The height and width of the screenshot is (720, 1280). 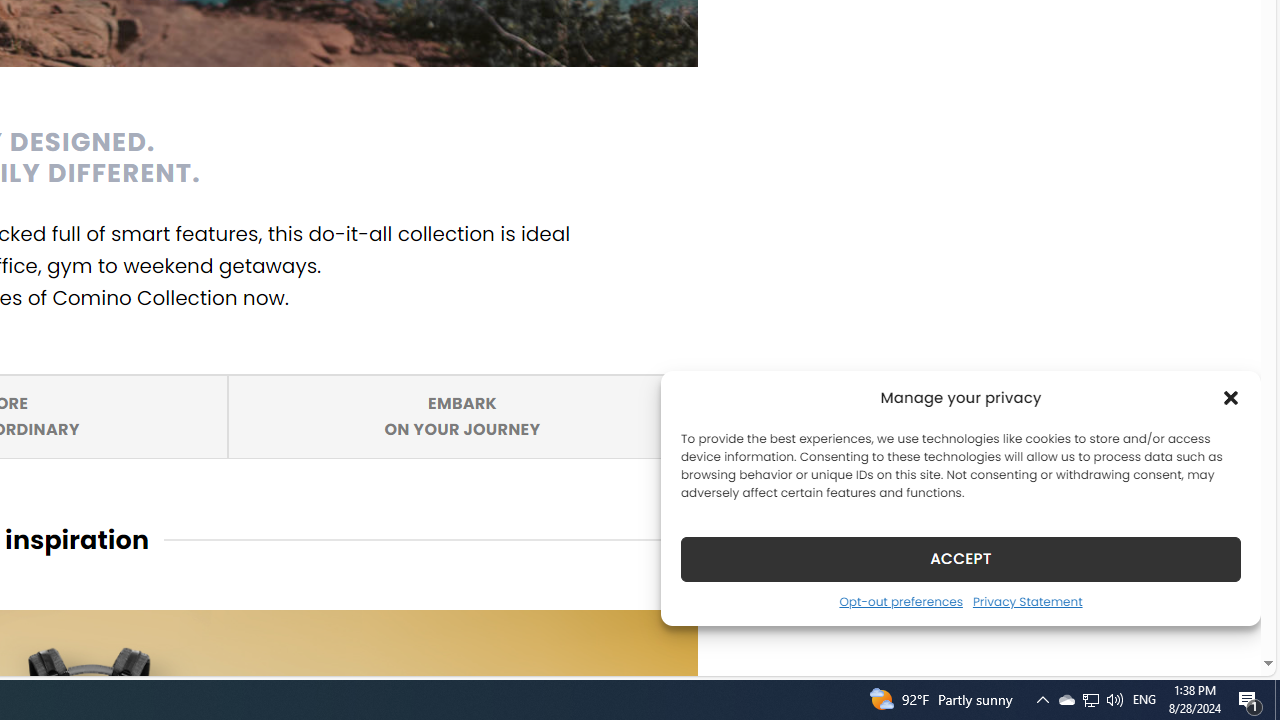 What do you see at coordinates (1027, 600) in the screenshot?
I see `'Privacy Statement'` at bounding box center [1027, 600].